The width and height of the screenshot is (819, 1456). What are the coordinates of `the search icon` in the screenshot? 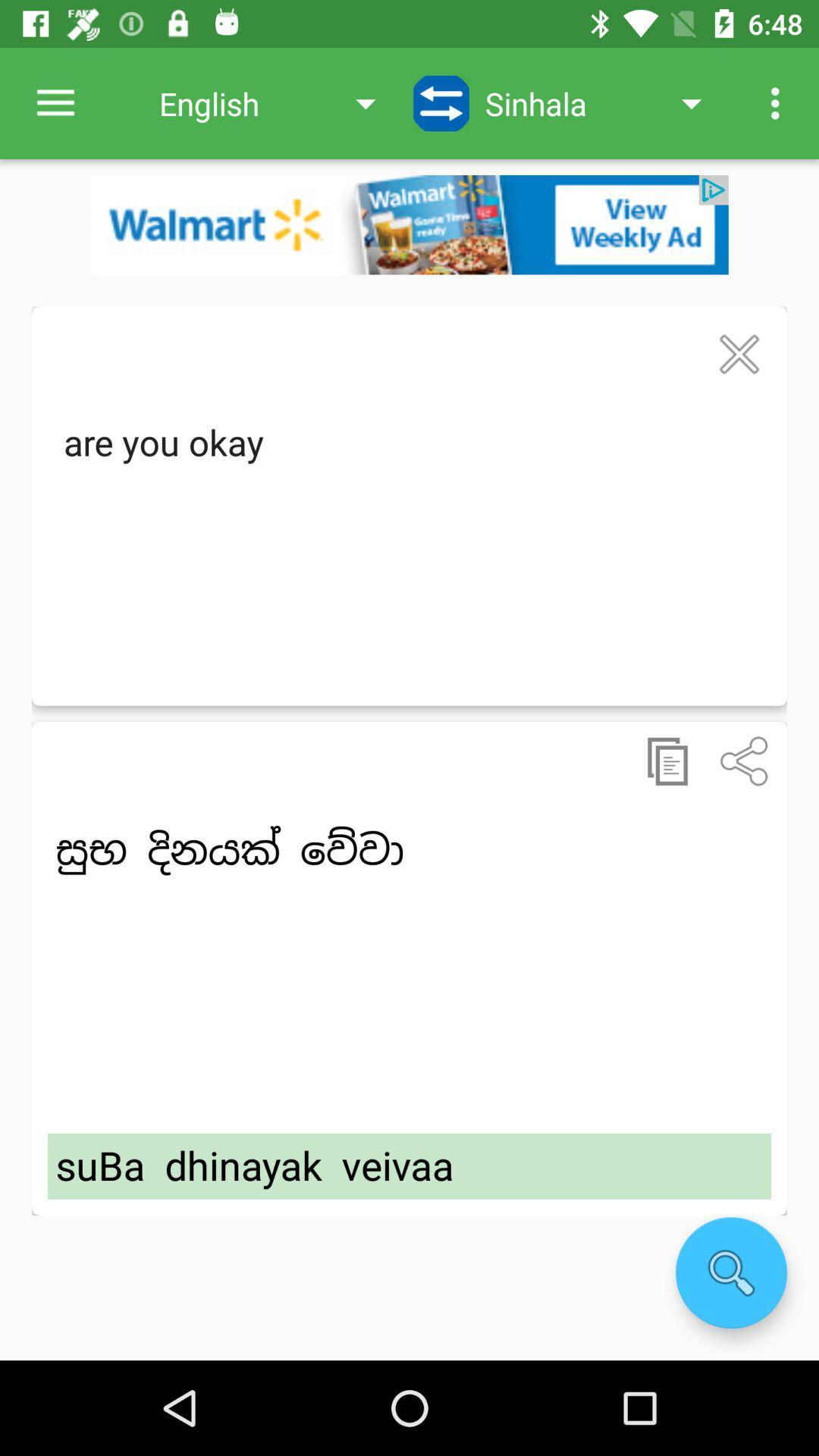 It's located at (730, 1272).